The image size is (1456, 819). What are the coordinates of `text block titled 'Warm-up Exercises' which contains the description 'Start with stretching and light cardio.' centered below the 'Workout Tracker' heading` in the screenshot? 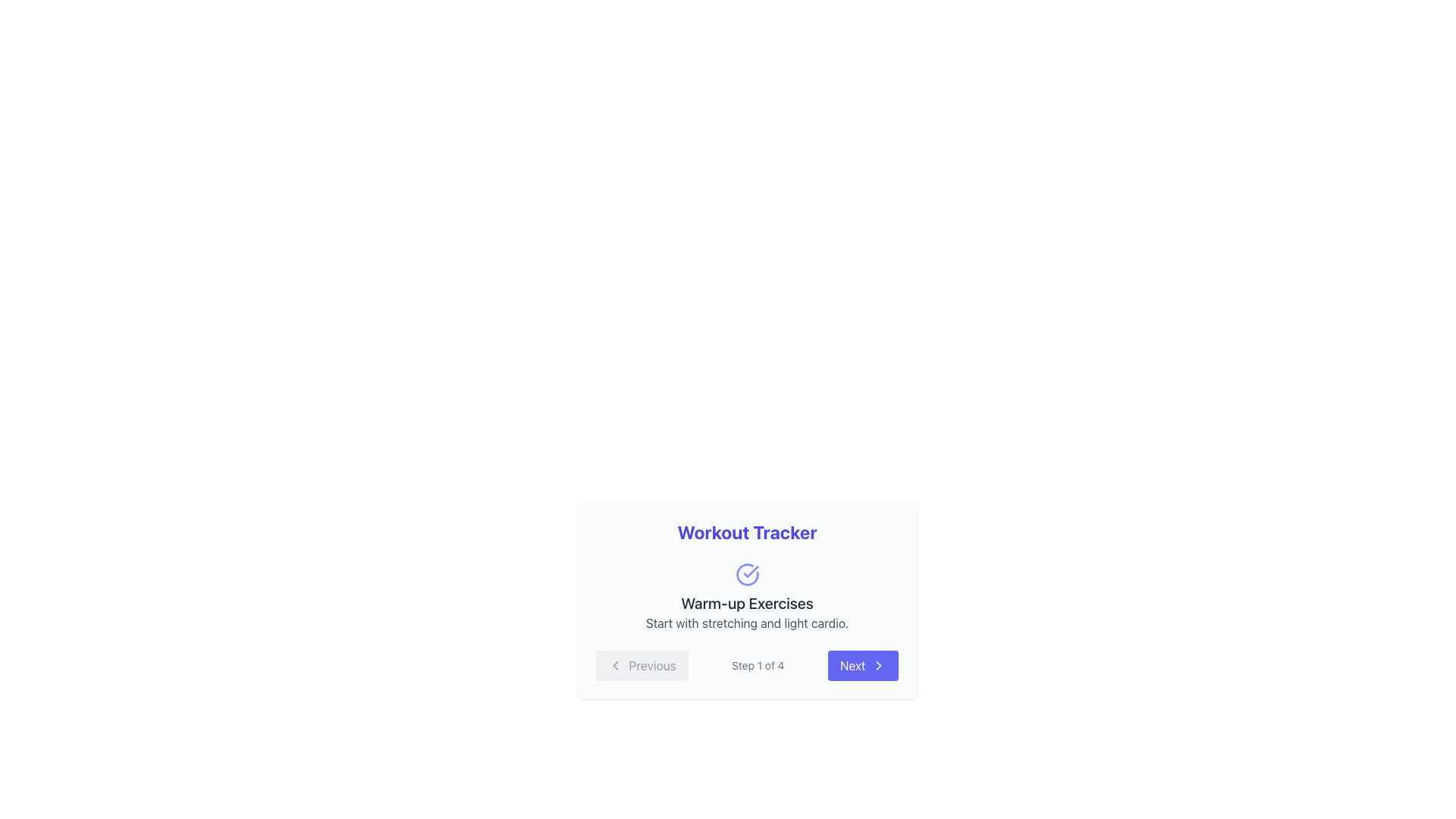 It's located at (747, 596).